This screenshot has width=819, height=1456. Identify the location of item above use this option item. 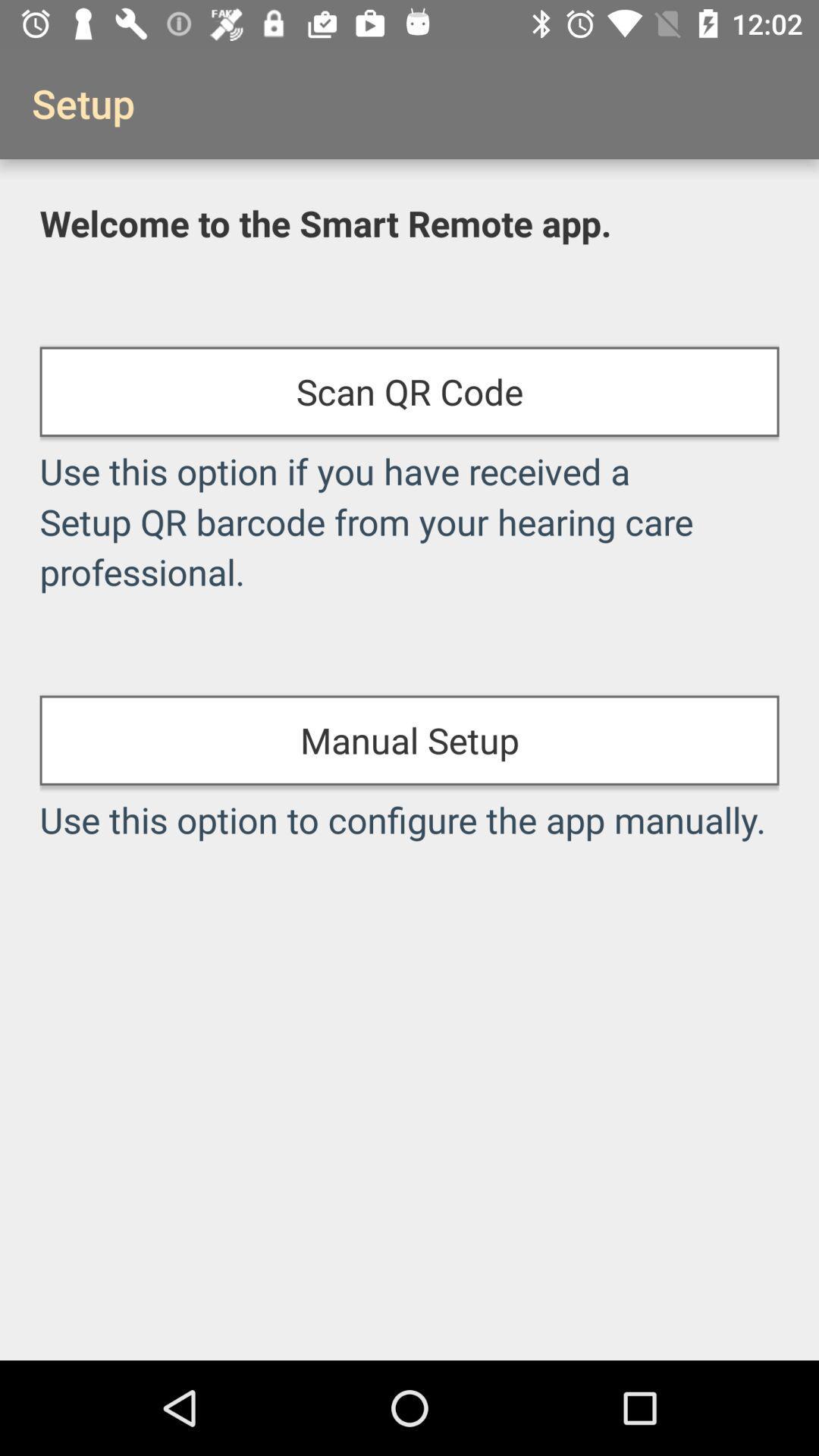
(409, 740).